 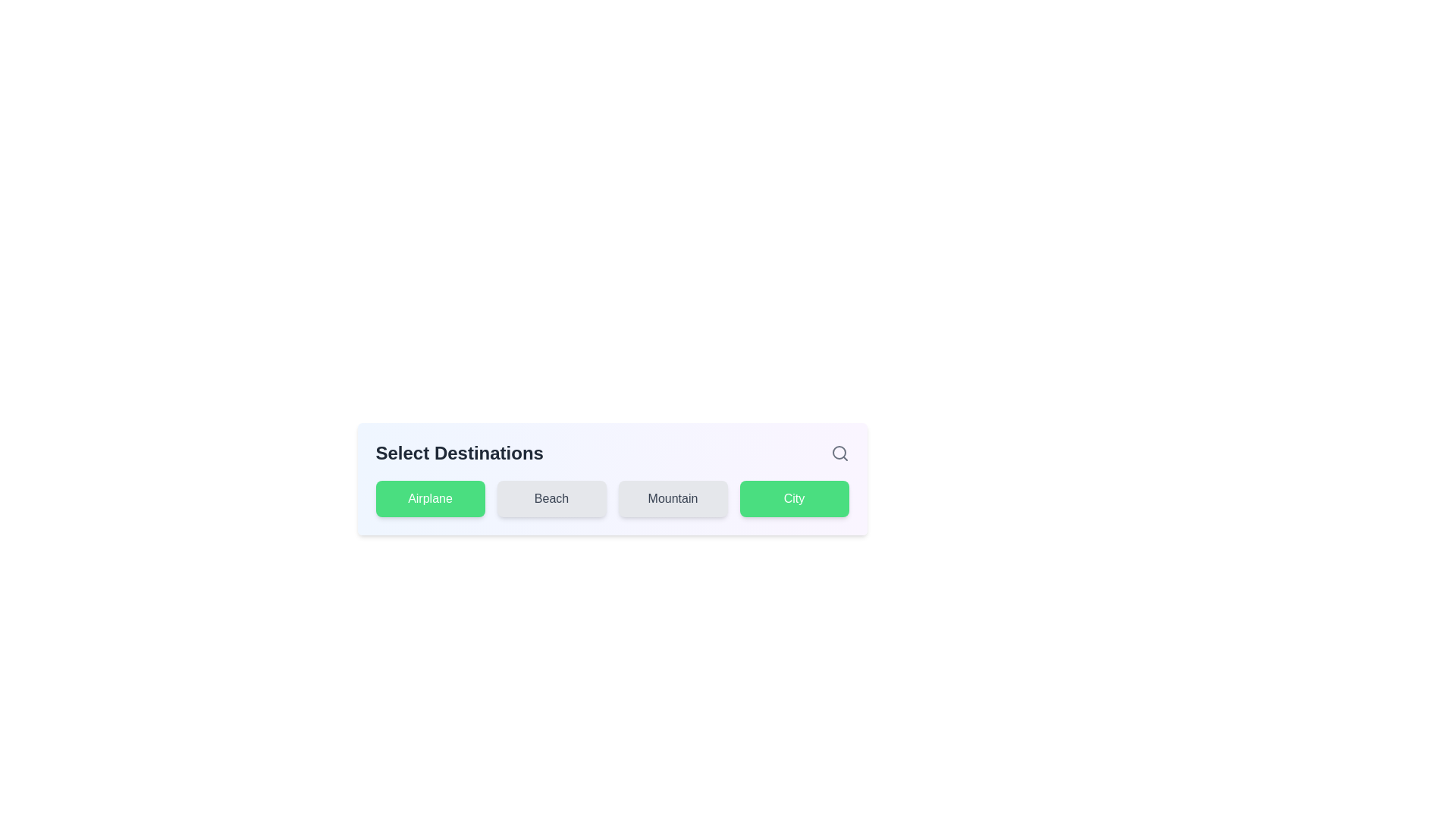 What do you see at coordinates (375, 441) in the screenshot?
I see `the text 'Select Destinations' in the title area` at bounding box center [375, 441].